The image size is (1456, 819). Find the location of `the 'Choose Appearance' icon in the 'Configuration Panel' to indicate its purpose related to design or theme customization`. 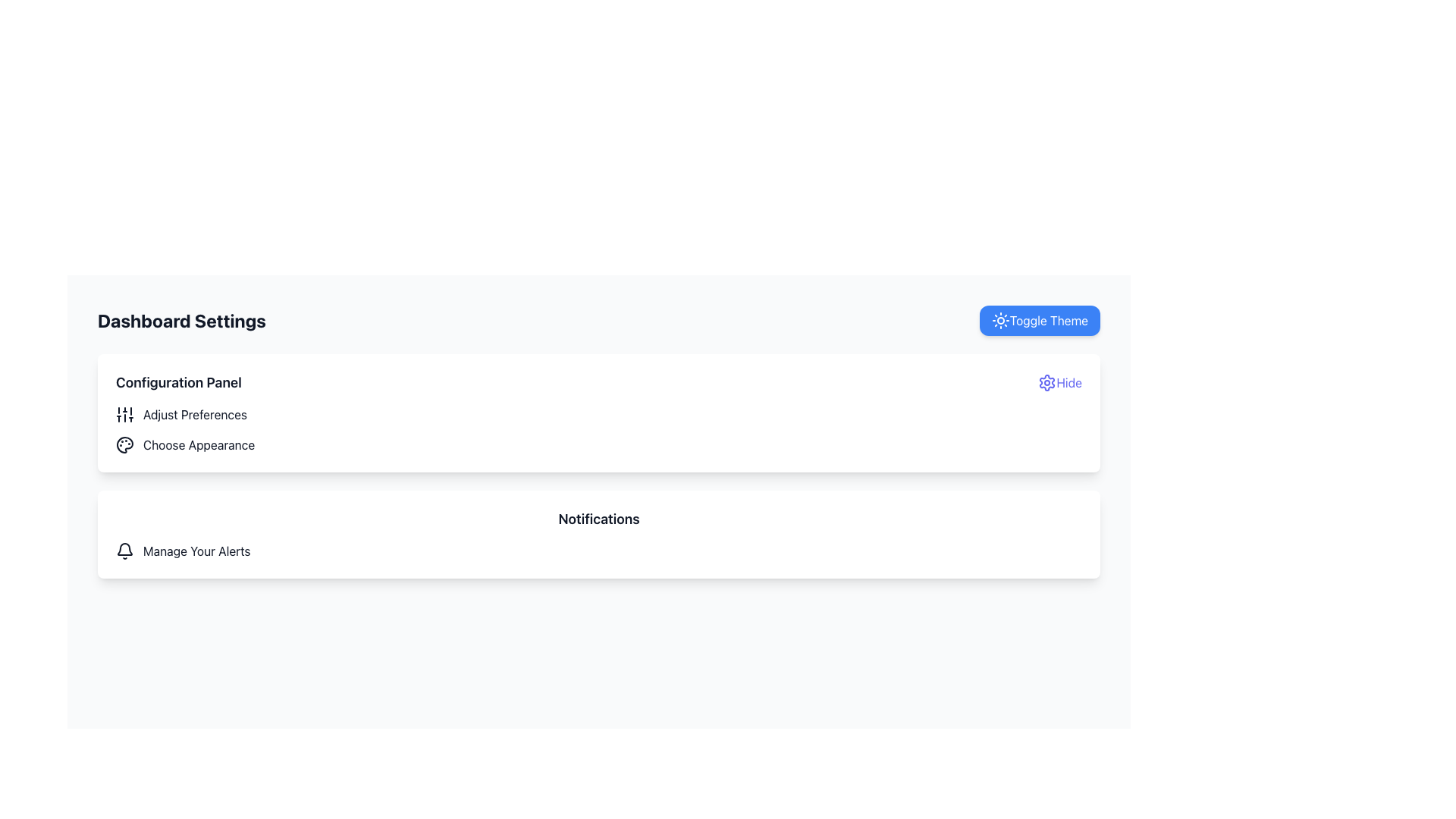

the 'Choose Appearance' icon in the 'Configuration Panel' to indicate its purpose related to design or theme customization is located at coordinates (124, 444).